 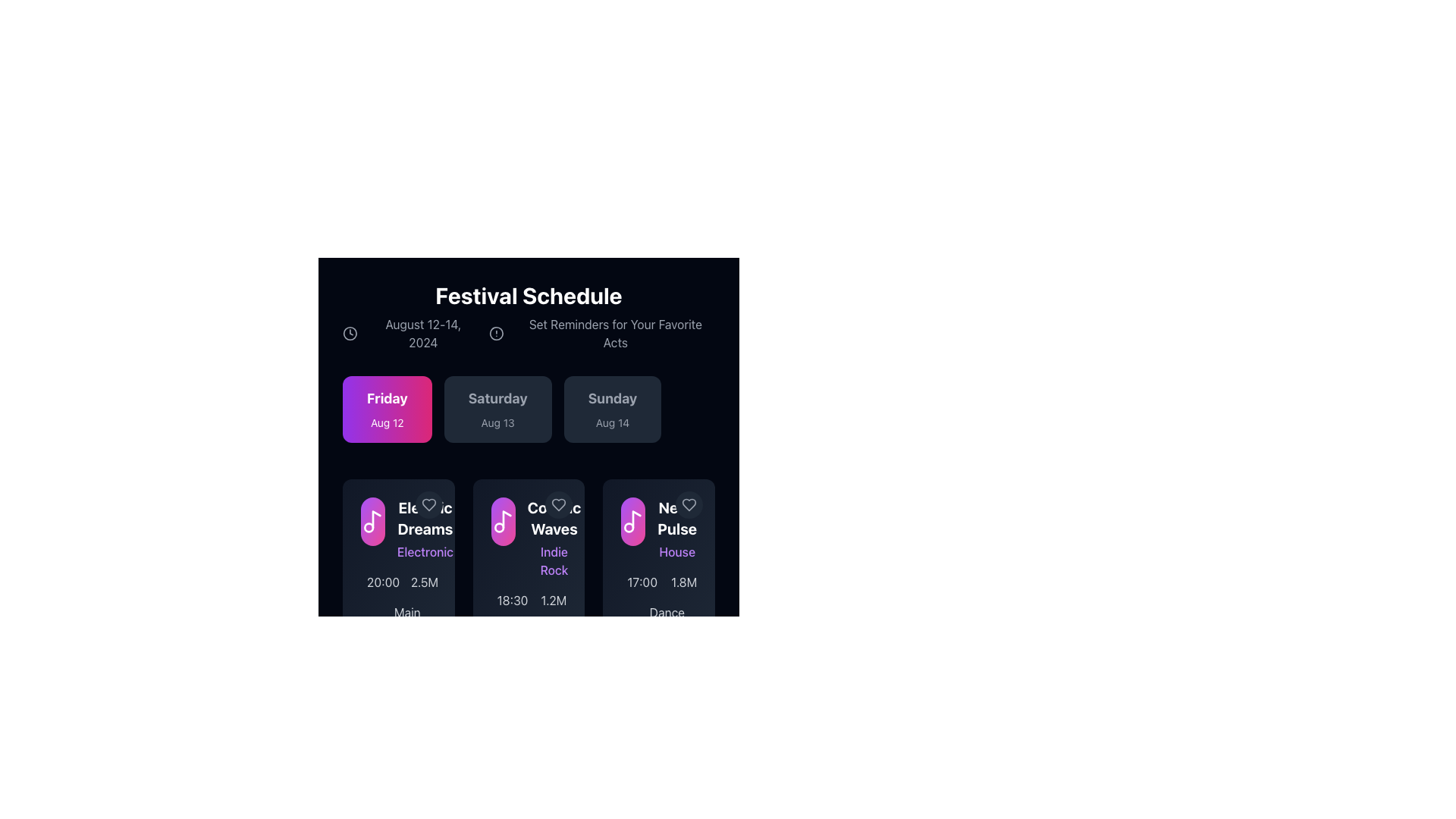 I want to click on the heart-shaped icon to favorite the event in the 'Electric Dreams' card located under the 'Friday' tab, so click(x=428, y=505).